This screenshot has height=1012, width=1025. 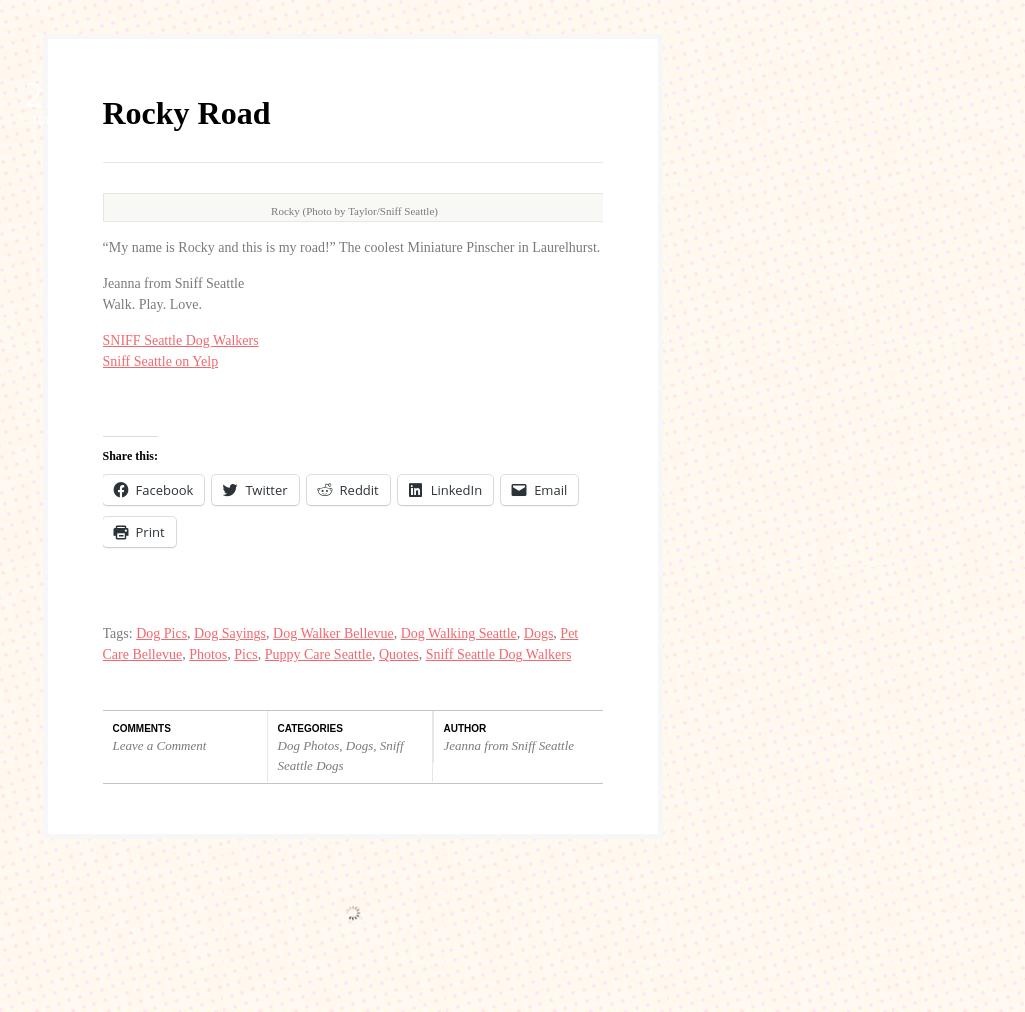 What do you see at coordinates (207, 278) in the screenshot?
I see `'Photos'` at bounding box center [207, 278].